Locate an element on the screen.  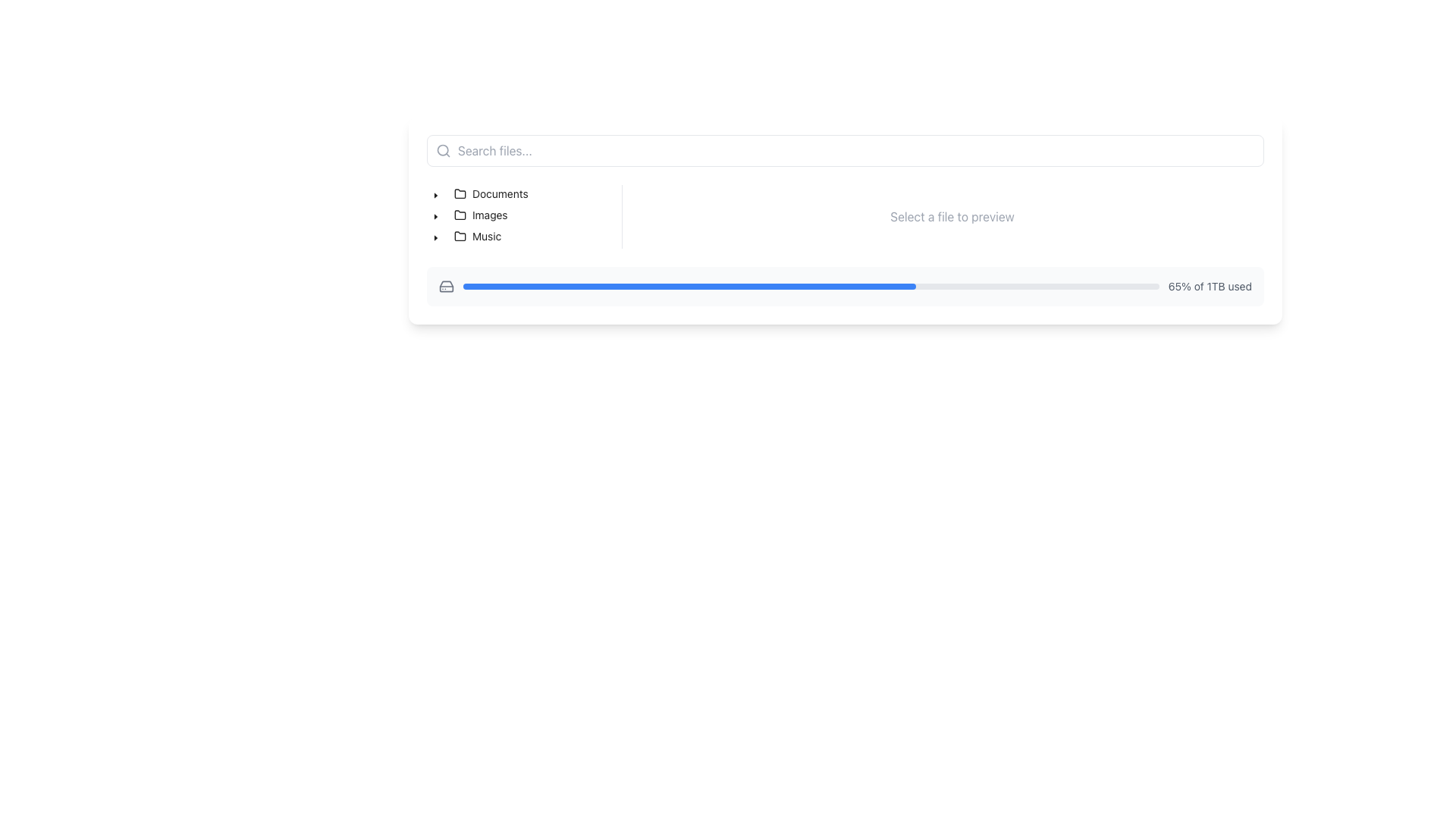
the Collapsible Toggle Button is located at coordinates (435, 215).